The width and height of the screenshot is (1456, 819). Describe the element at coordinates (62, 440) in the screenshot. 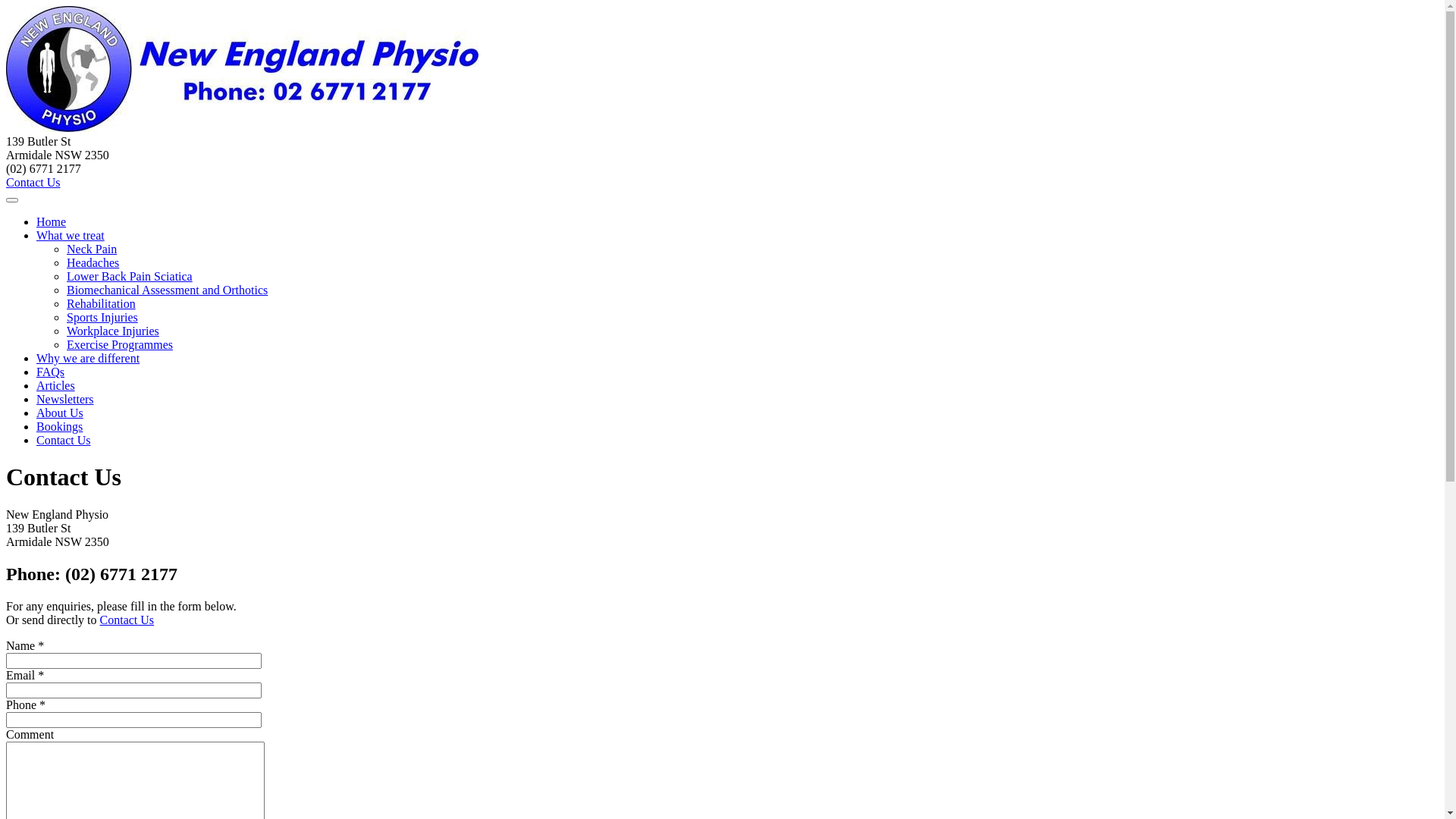

I see `'Contact Us'` at that location.